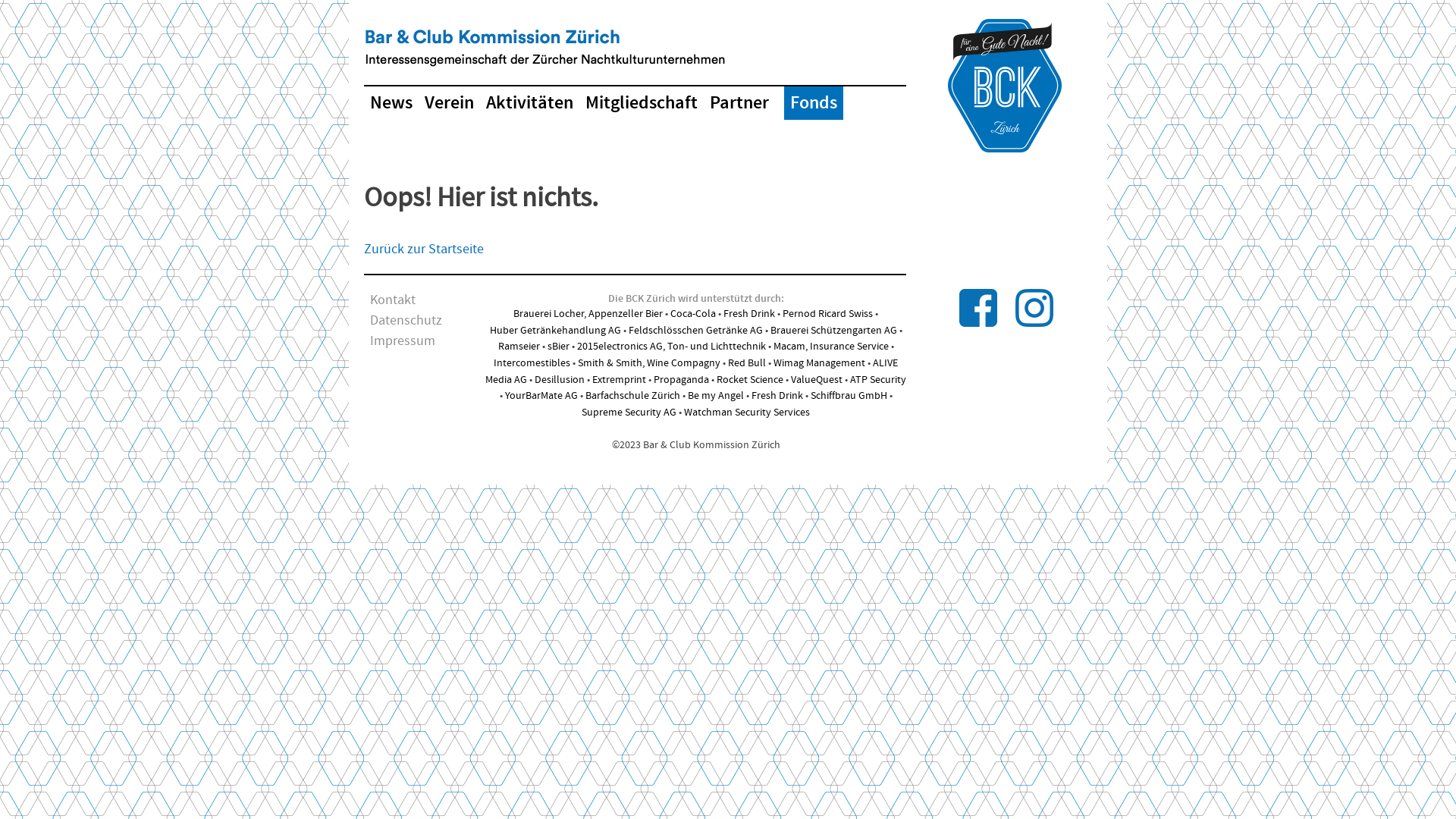 The image size is (1456, 819). Describe the element at coordinates (716, 379) in the screenshot. I see `'Rocket Science'` at that location.